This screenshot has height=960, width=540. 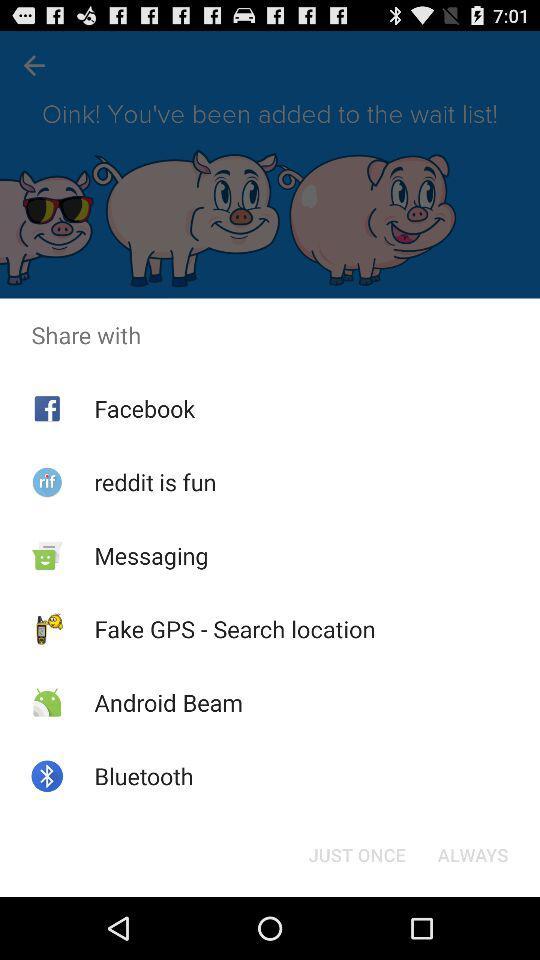 What do you see at coordinates (154, 481) in the screenshot?
I see `the reddit is fun` at bounding box center [154, 481].